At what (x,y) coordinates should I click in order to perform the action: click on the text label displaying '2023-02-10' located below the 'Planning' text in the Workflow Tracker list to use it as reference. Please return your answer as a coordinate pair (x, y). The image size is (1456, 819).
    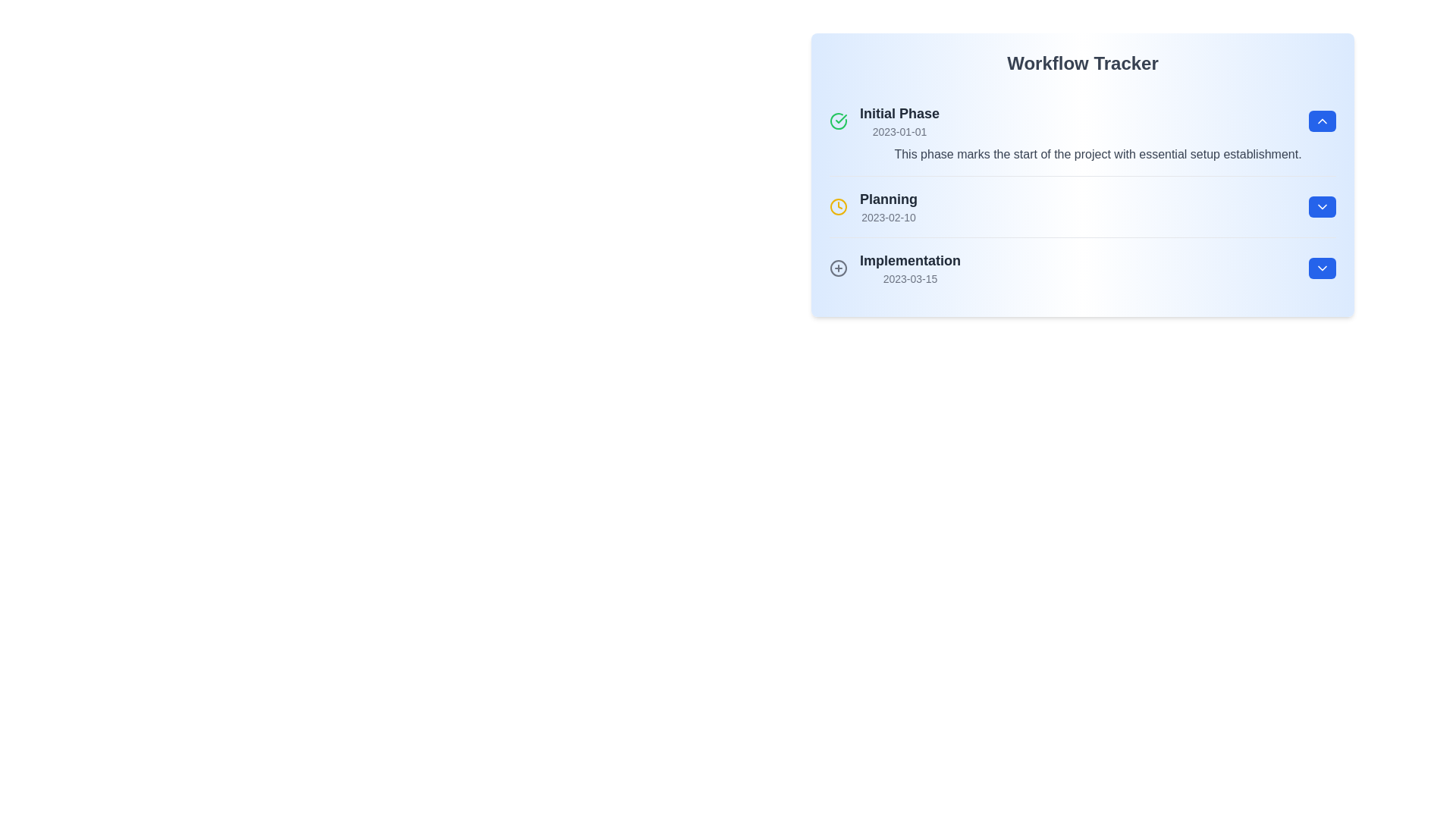
    Looking at the image, I should click on (888, 217).